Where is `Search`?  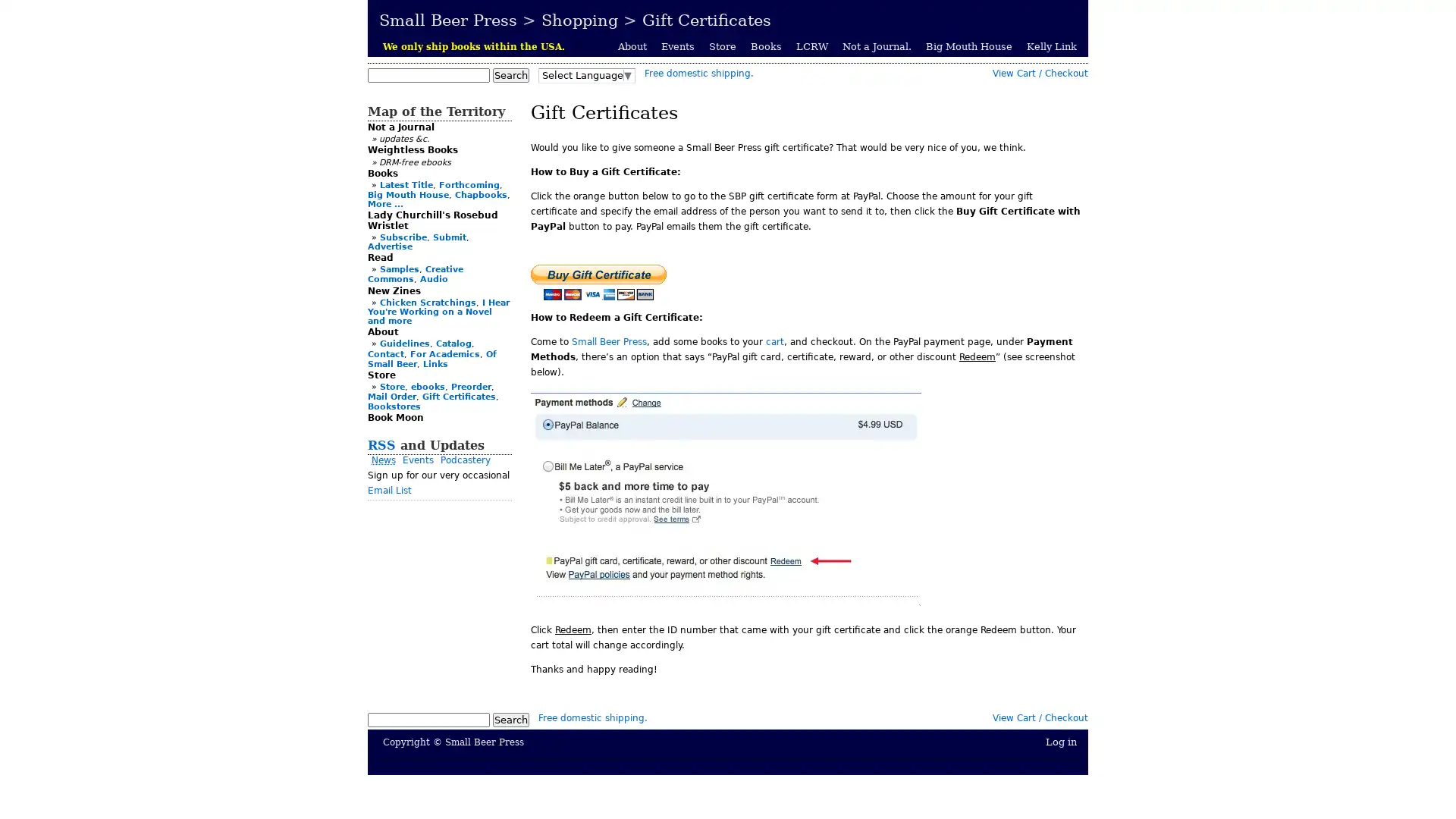 Search is located at coordinates (510, 75).